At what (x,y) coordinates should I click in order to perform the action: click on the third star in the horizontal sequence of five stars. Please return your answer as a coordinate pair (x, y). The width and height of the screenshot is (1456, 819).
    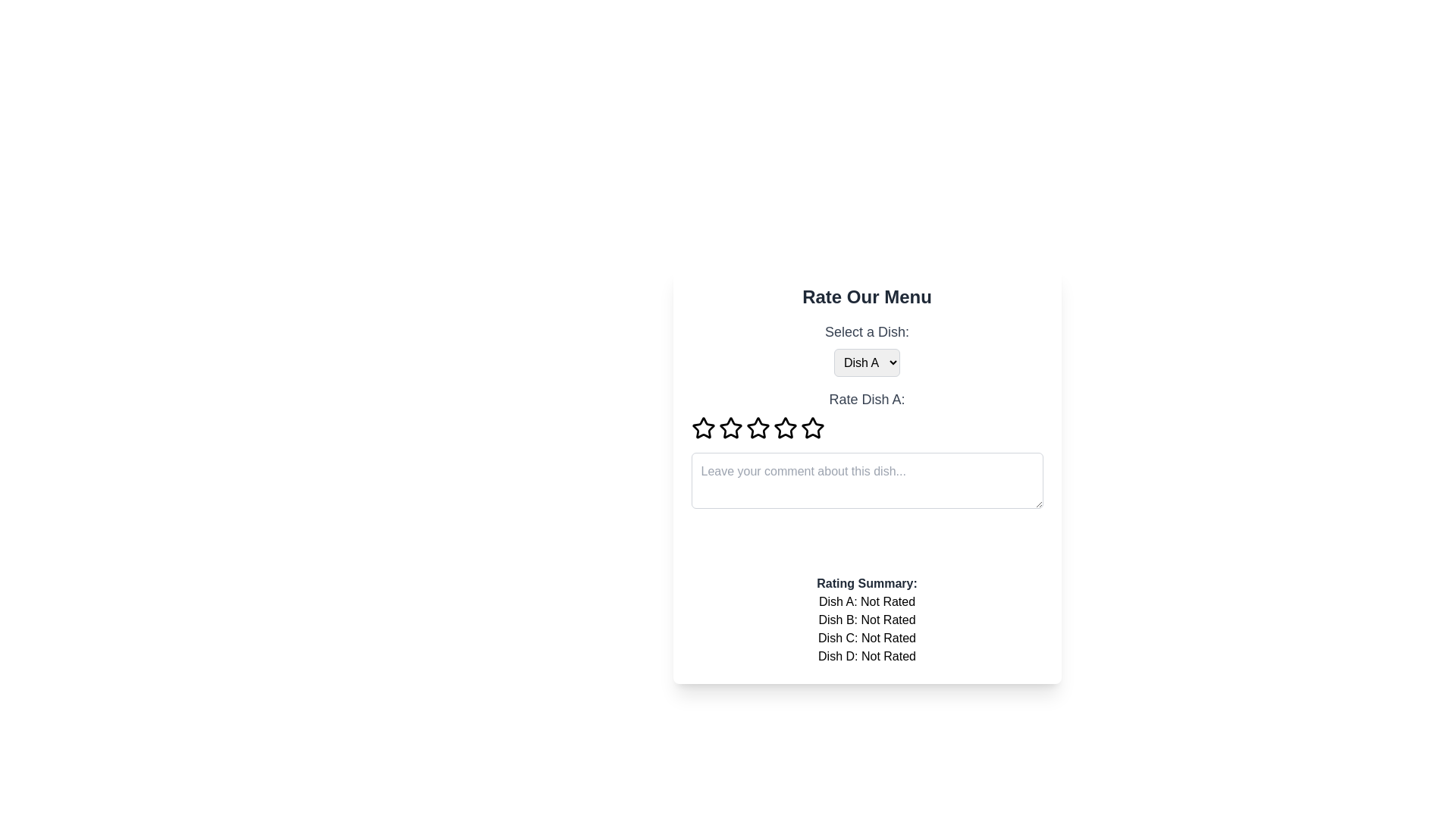
    Looking at the image, I should click on (730, 428).